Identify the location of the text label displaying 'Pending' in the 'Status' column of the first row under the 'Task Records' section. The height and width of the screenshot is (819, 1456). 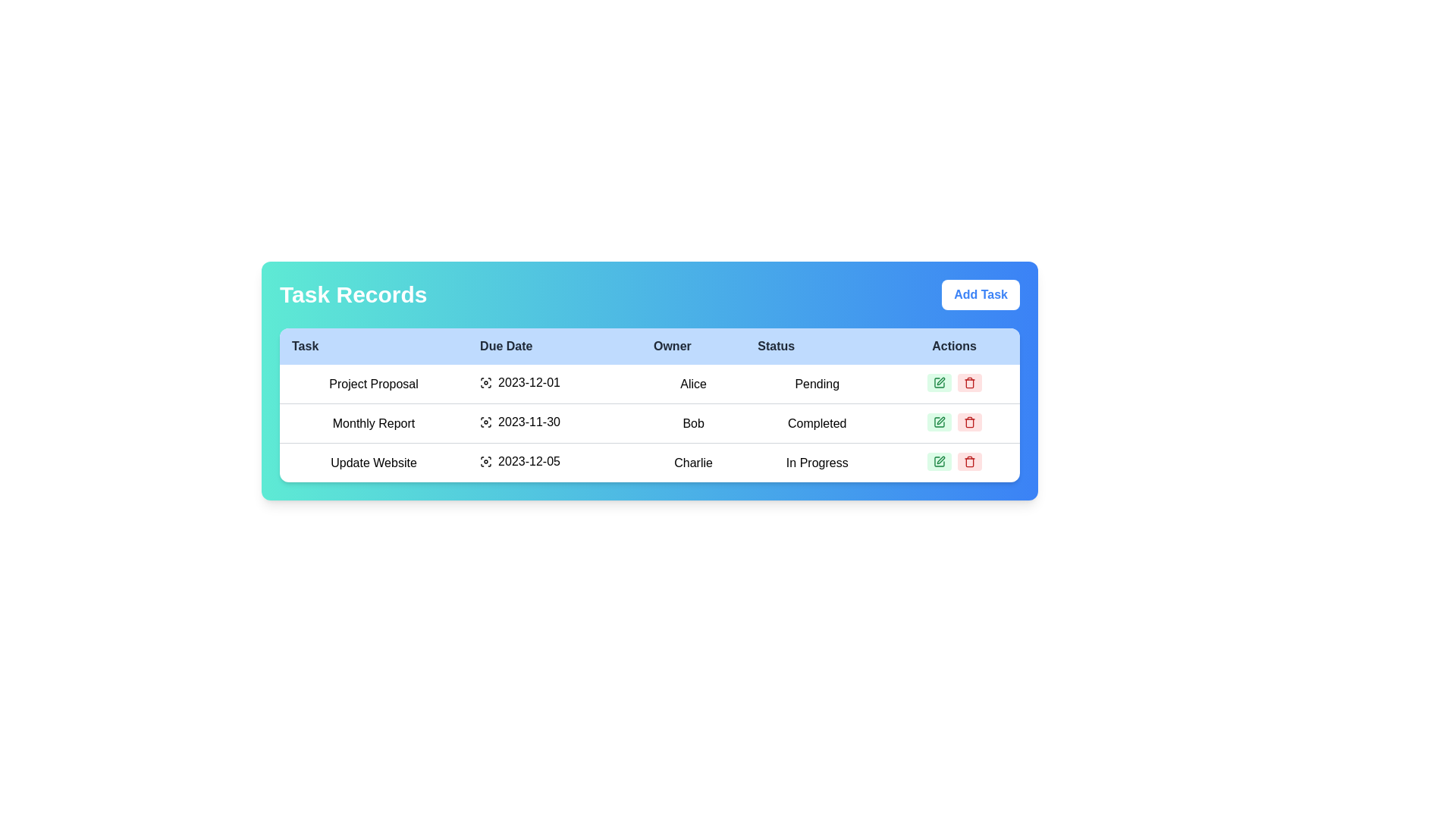
(816, 383).